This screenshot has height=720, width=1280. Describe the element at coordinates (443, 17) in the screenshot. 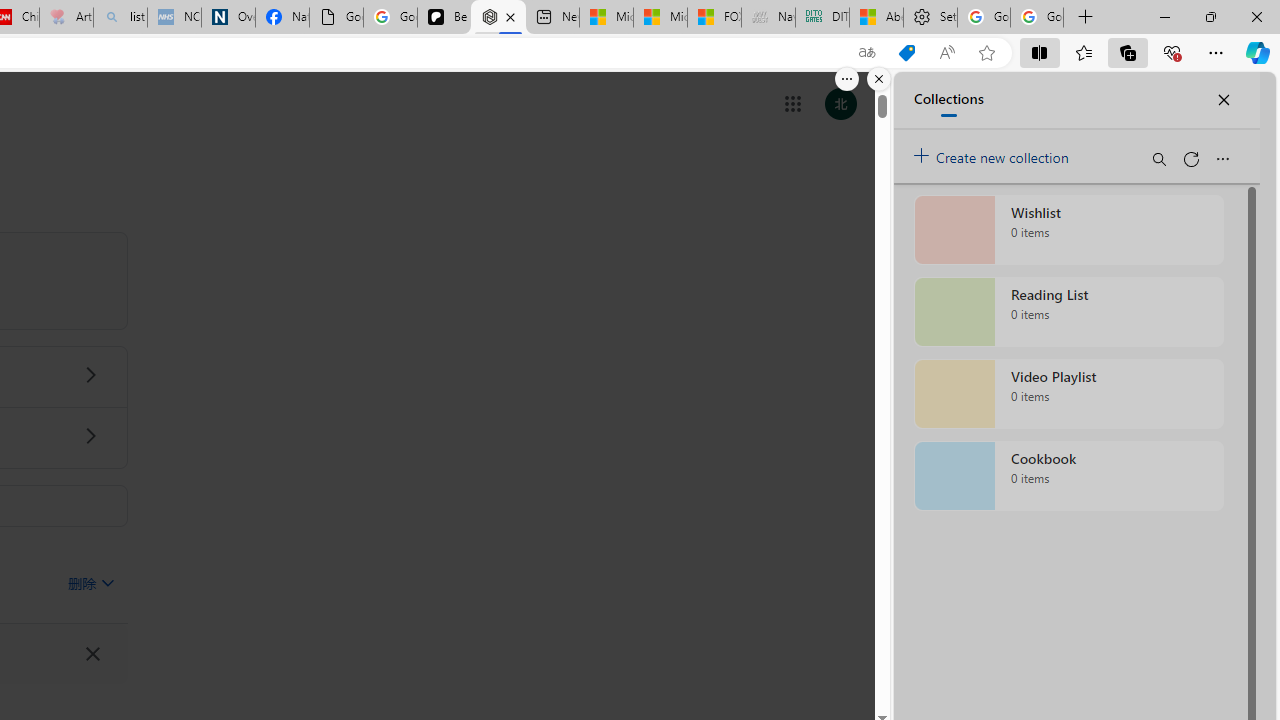

I see `'Be Smart | creating Science videos | Patreon'` at that location.